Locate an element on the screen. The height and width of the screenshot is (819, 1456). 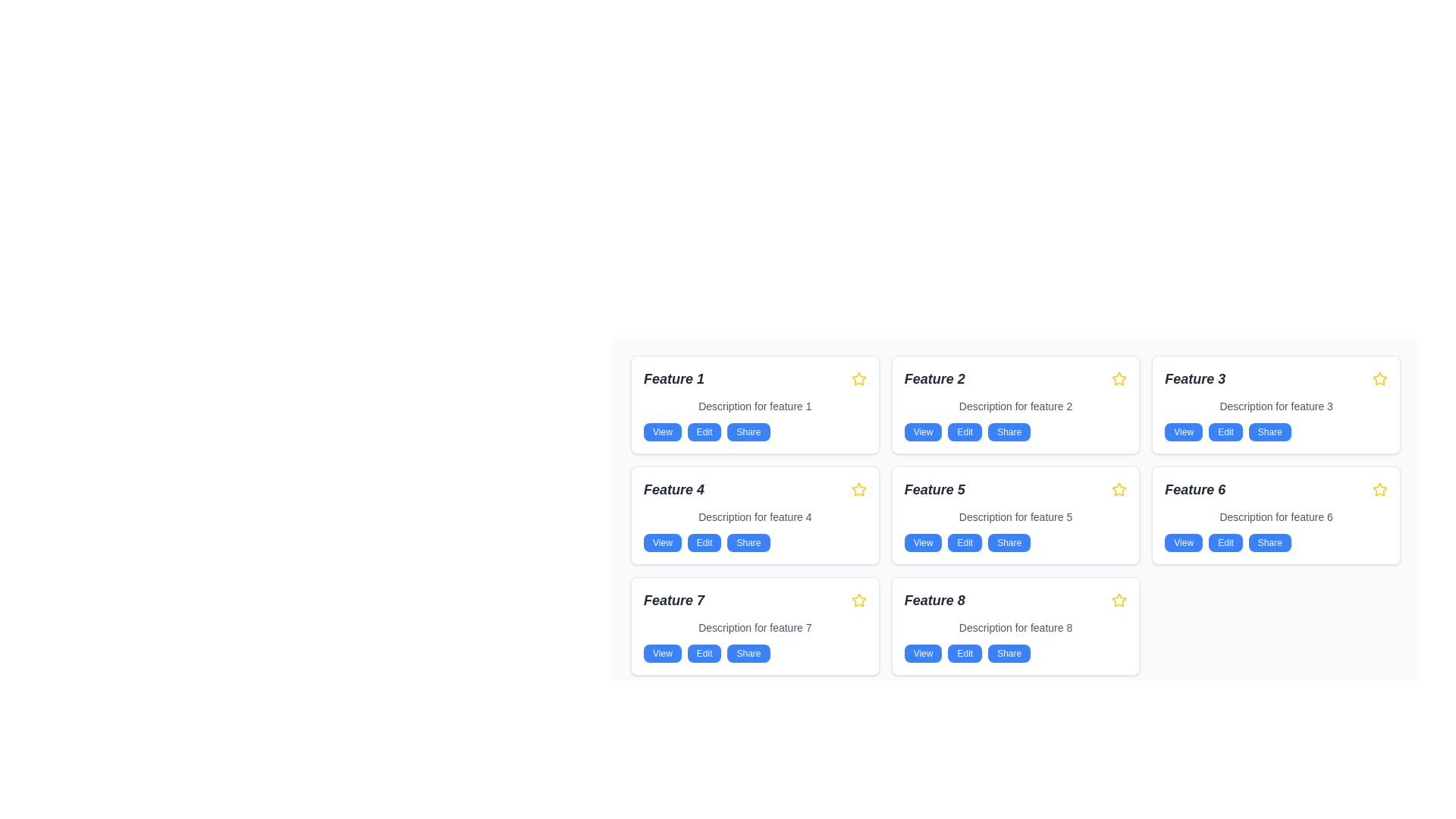
the 'Feature 7' title text label located in the third row, first column of the grid layout, next to the star icon is located at coordinates (673, 599).